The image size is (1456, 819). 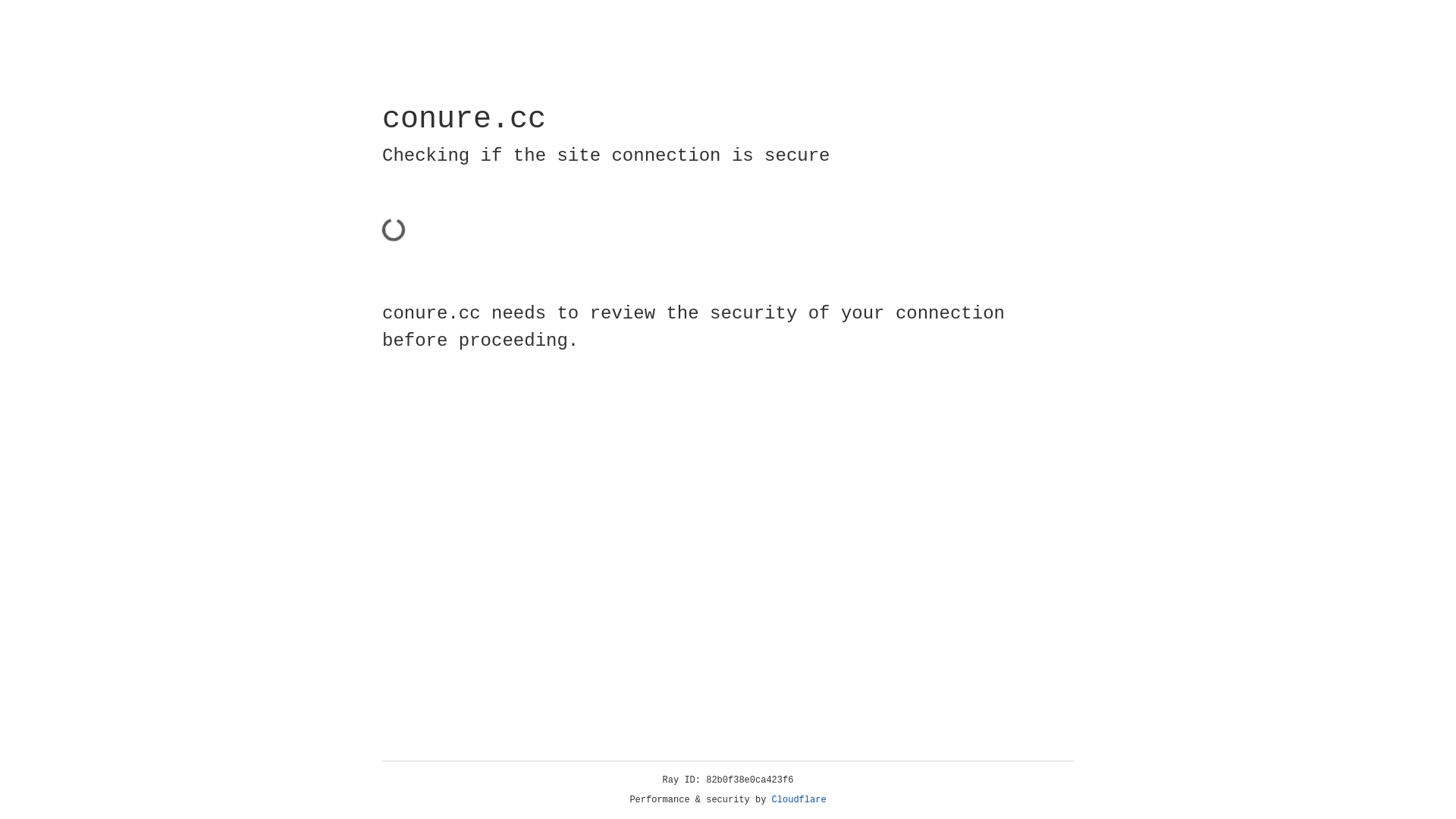 I want to click on 'Cloudflare', so click(x=771, y=799).